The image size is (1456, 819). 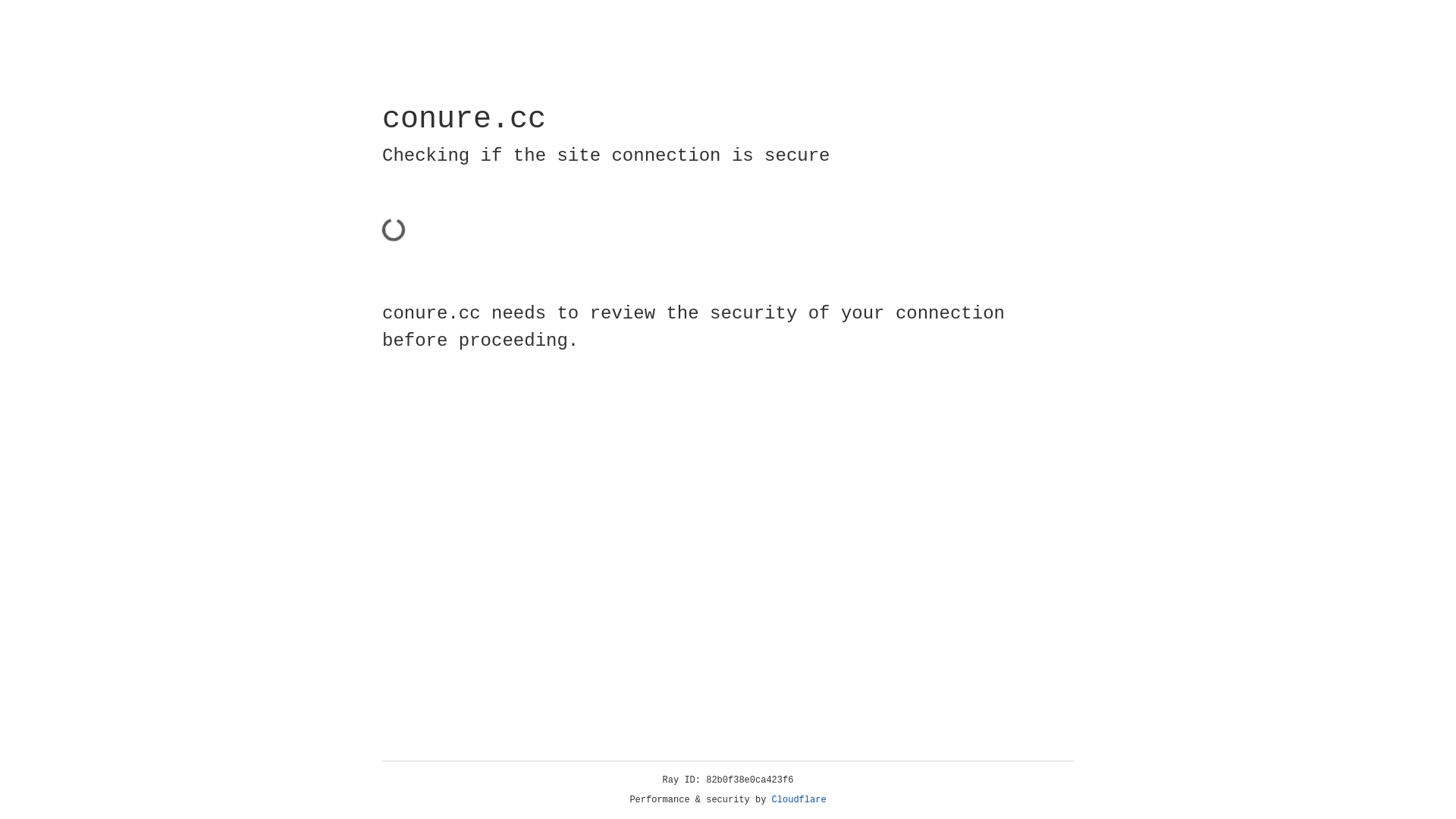 I want to click on 'Cloudflare', so click(x=771, y=799).